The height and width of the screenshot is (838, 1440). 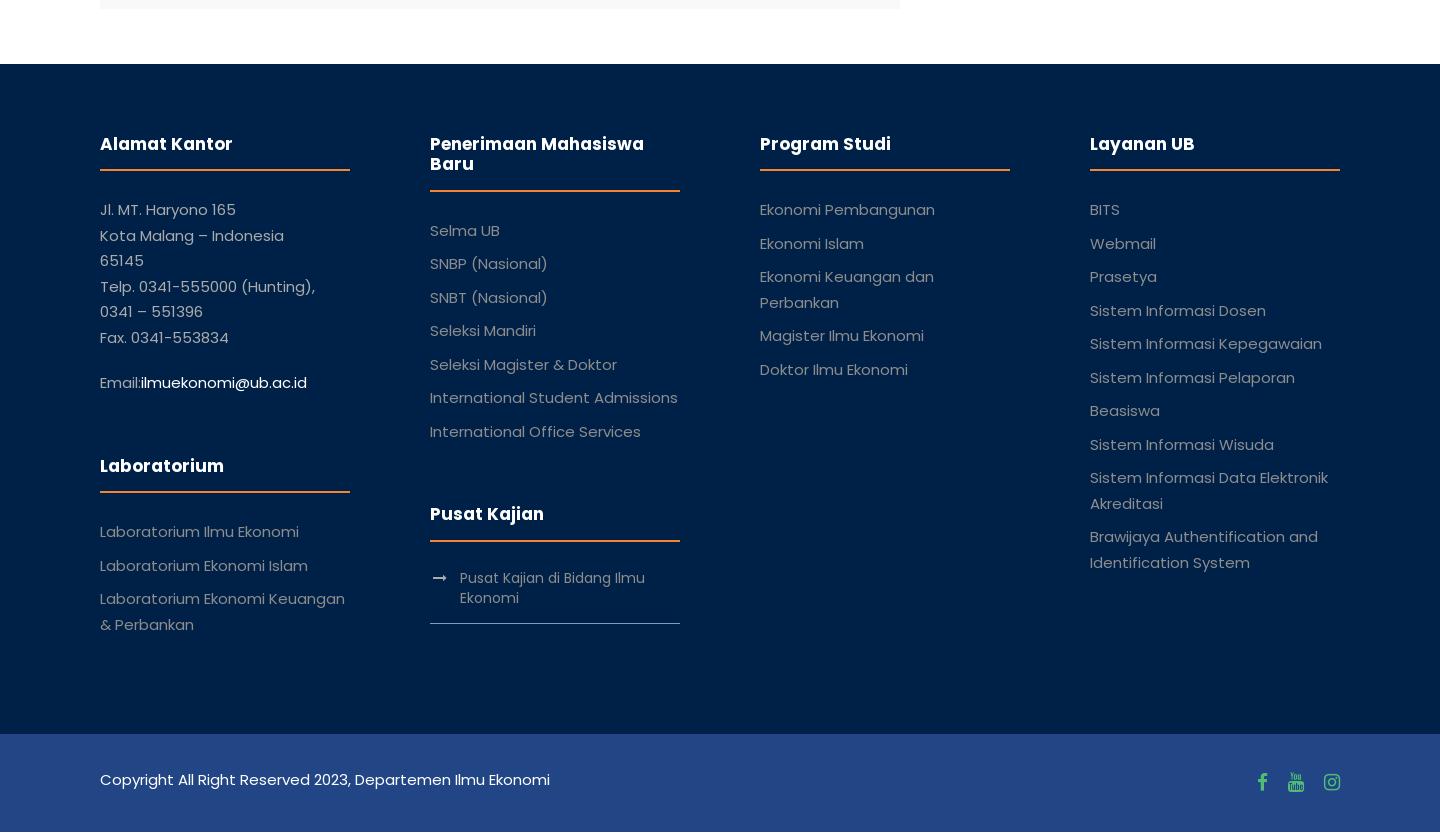 I want to click on 'Copyright All Right Reserved 2023, Departemen Ilmu Ekonomi', so click(x=325, y=777).